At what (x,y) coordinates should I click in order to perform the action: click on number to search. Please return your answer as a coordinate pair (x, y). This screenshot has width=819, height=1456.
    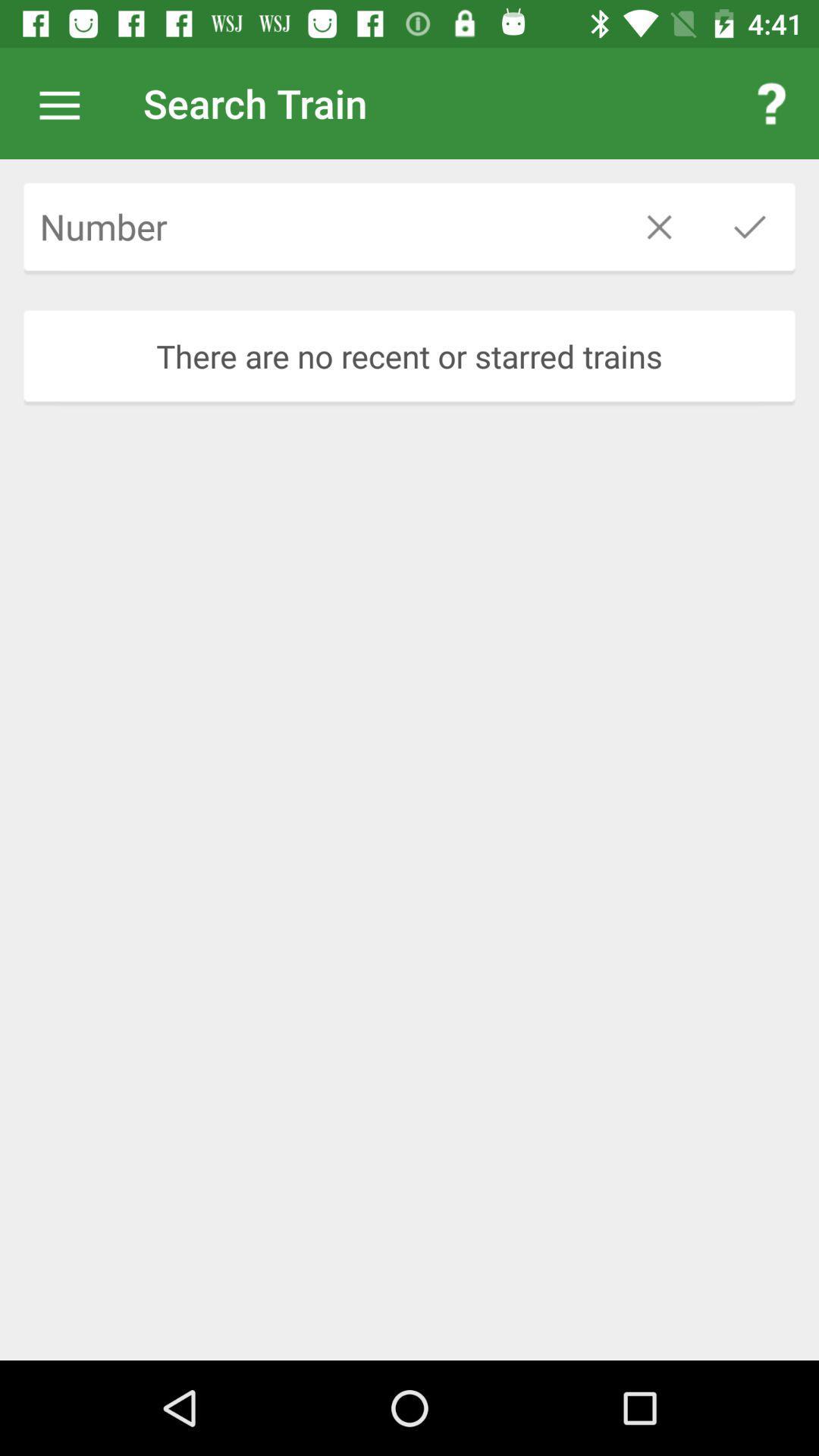
    Looking at the image, I should click on (318, 226).